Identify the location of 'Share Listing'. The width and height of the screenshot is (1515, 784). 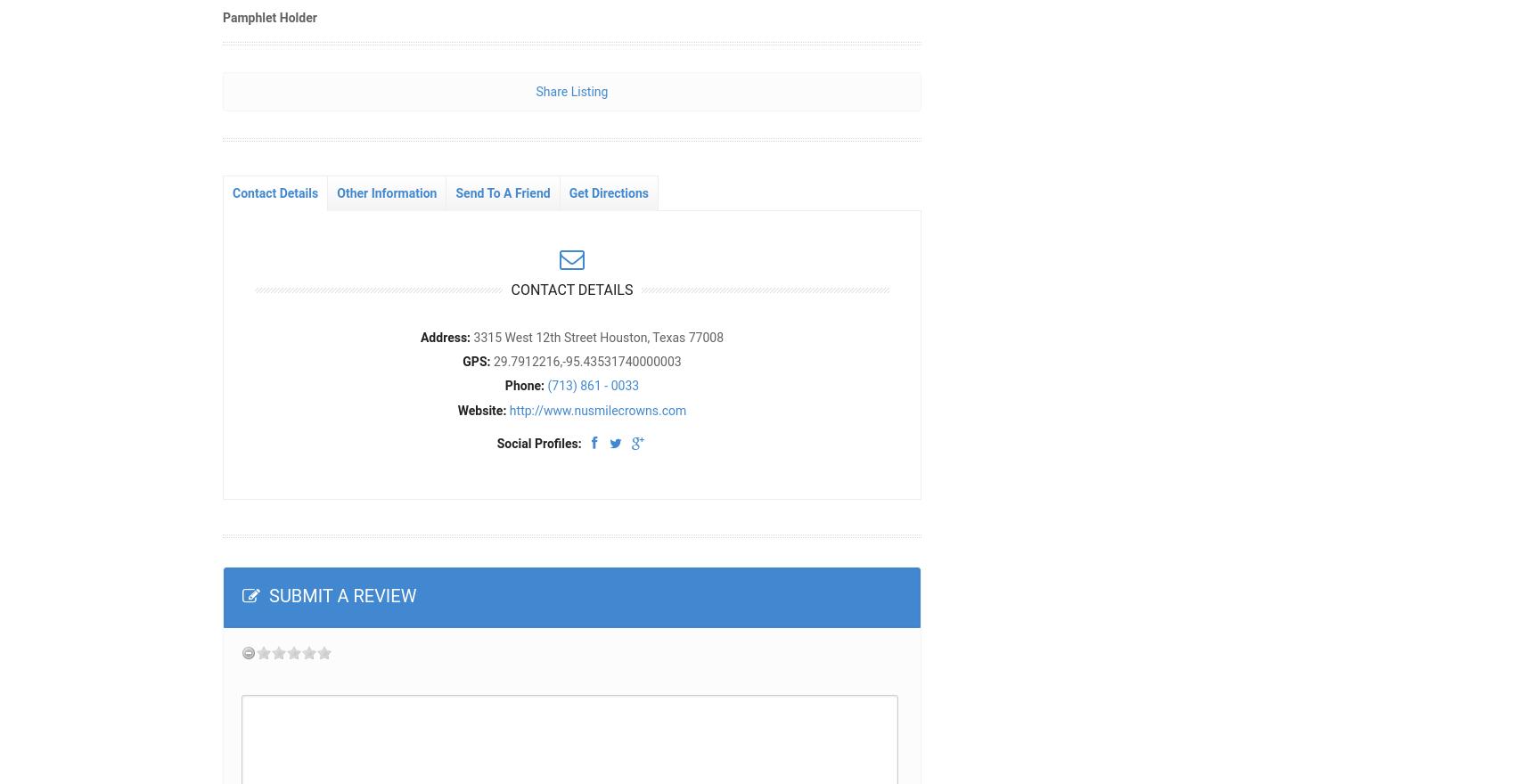
(571, 89).